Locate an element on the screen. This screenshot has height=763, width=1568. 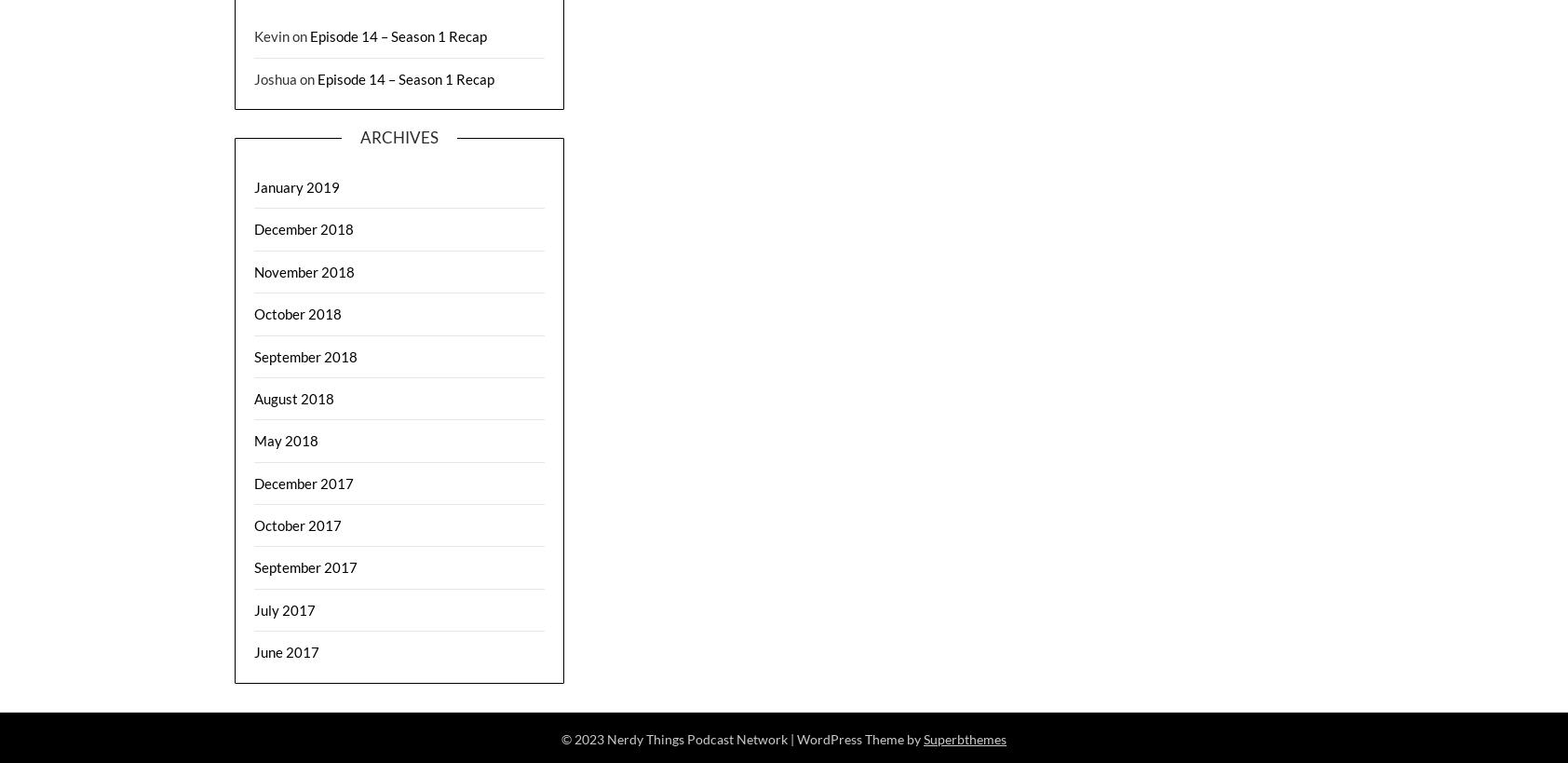
'October 2017' is located at coordinates (297, 525).